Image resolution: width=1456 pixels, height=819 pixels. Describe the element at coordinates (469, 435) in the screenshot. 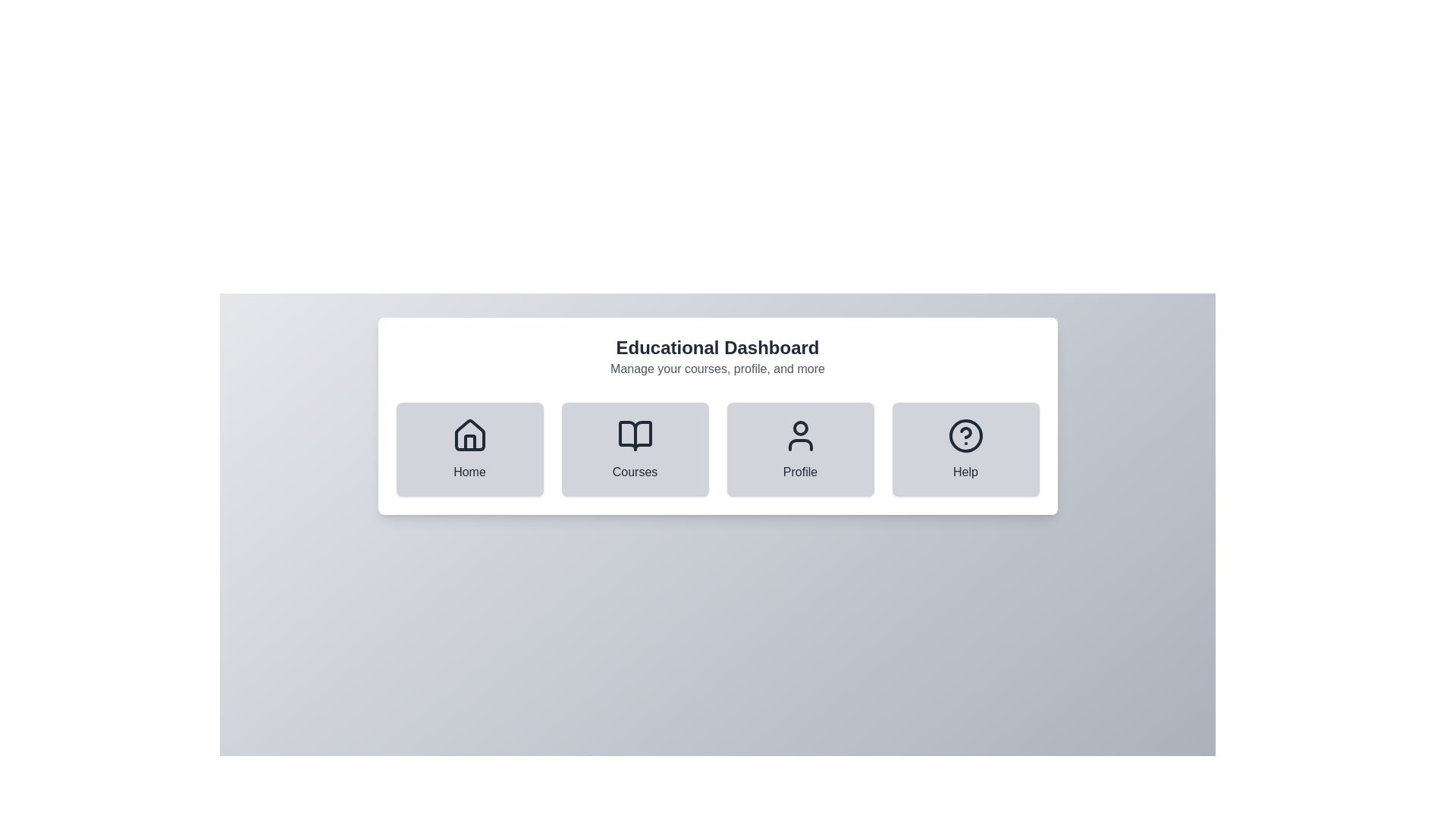

I see `the 'Home' button which contains the house icon, located at the leftmost side of the navigation menu` at that location.